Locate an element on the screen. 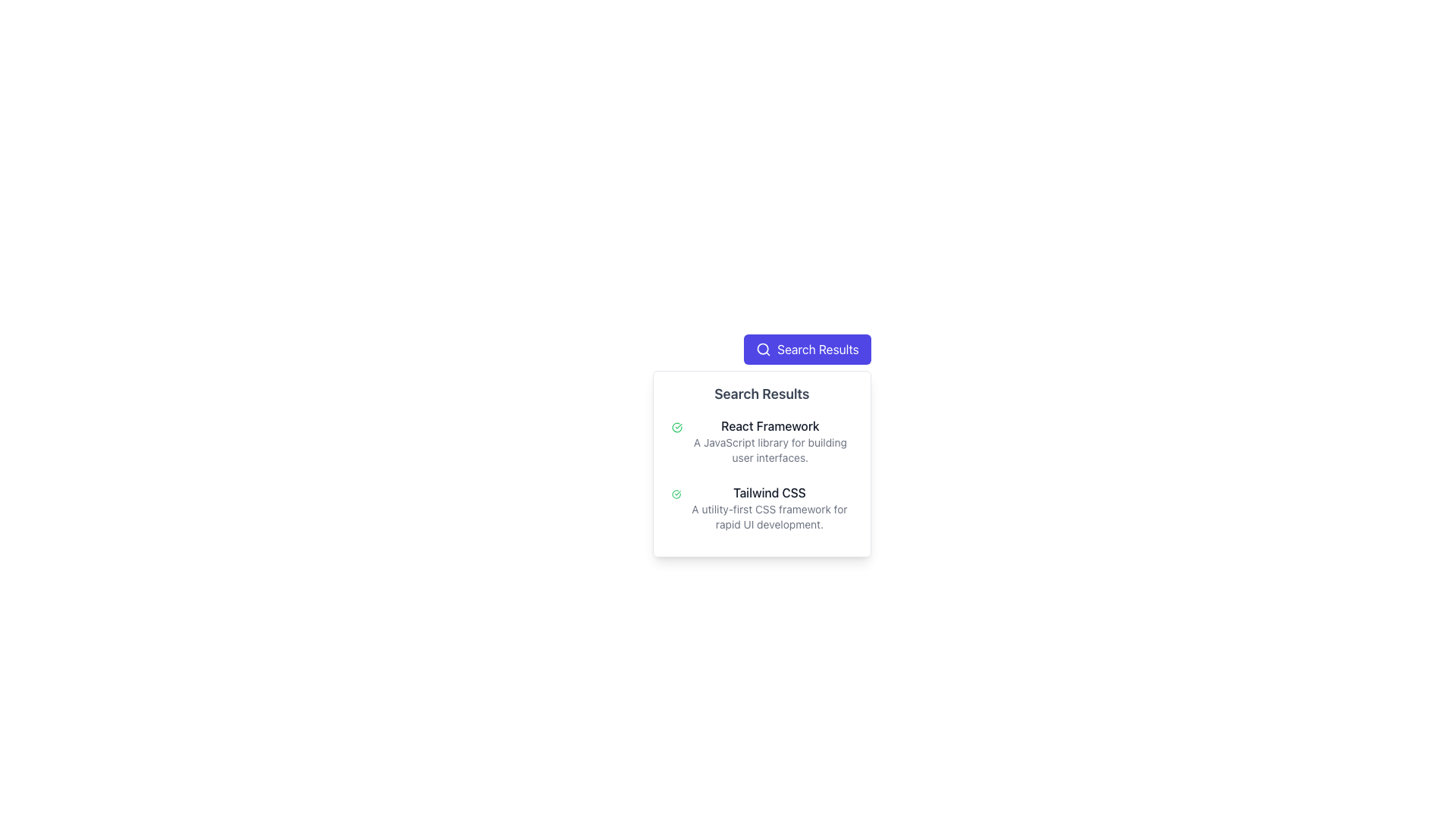  the Text Label that serves as a title for the search result item, located centrally below 'React Framework' and above the descriptive text is located at coordinates (770, 493).